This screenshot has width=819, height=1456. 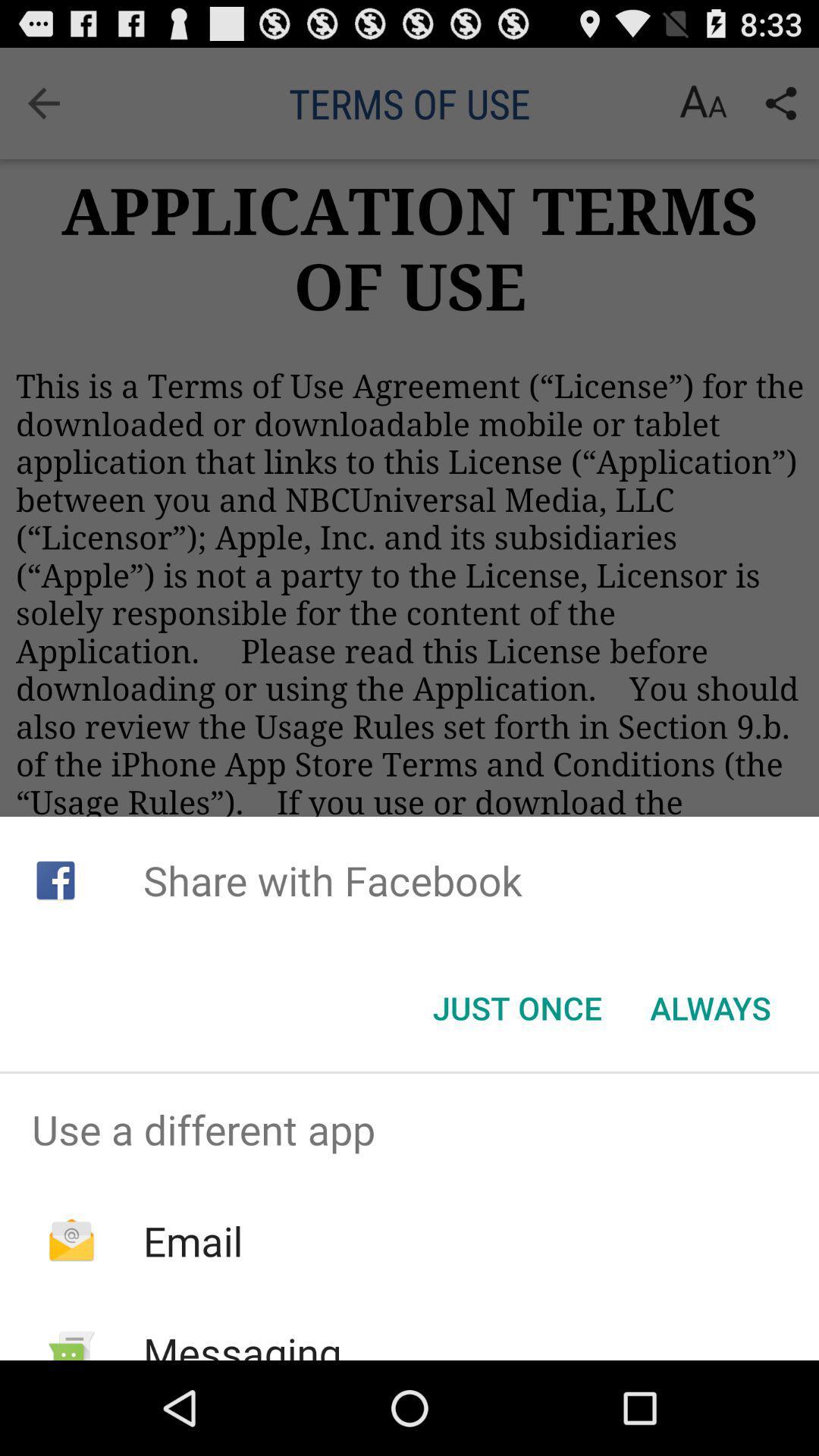 I want to click on use a different, so click(x=409, y=1129).